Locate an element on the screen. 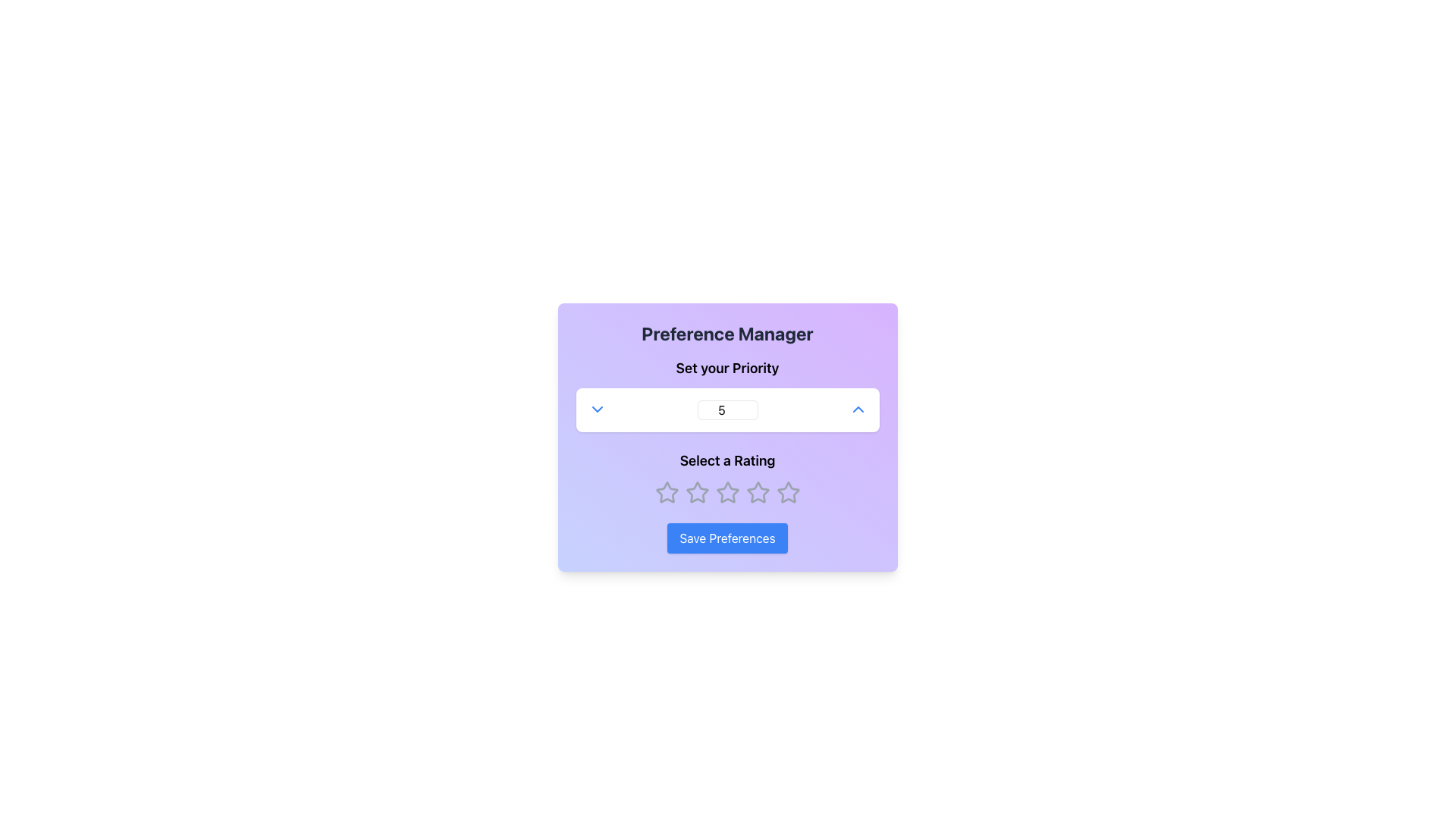  the first star-shaped icon in the row under the text 'Select a Rating' is located at coordinates (667, 493).